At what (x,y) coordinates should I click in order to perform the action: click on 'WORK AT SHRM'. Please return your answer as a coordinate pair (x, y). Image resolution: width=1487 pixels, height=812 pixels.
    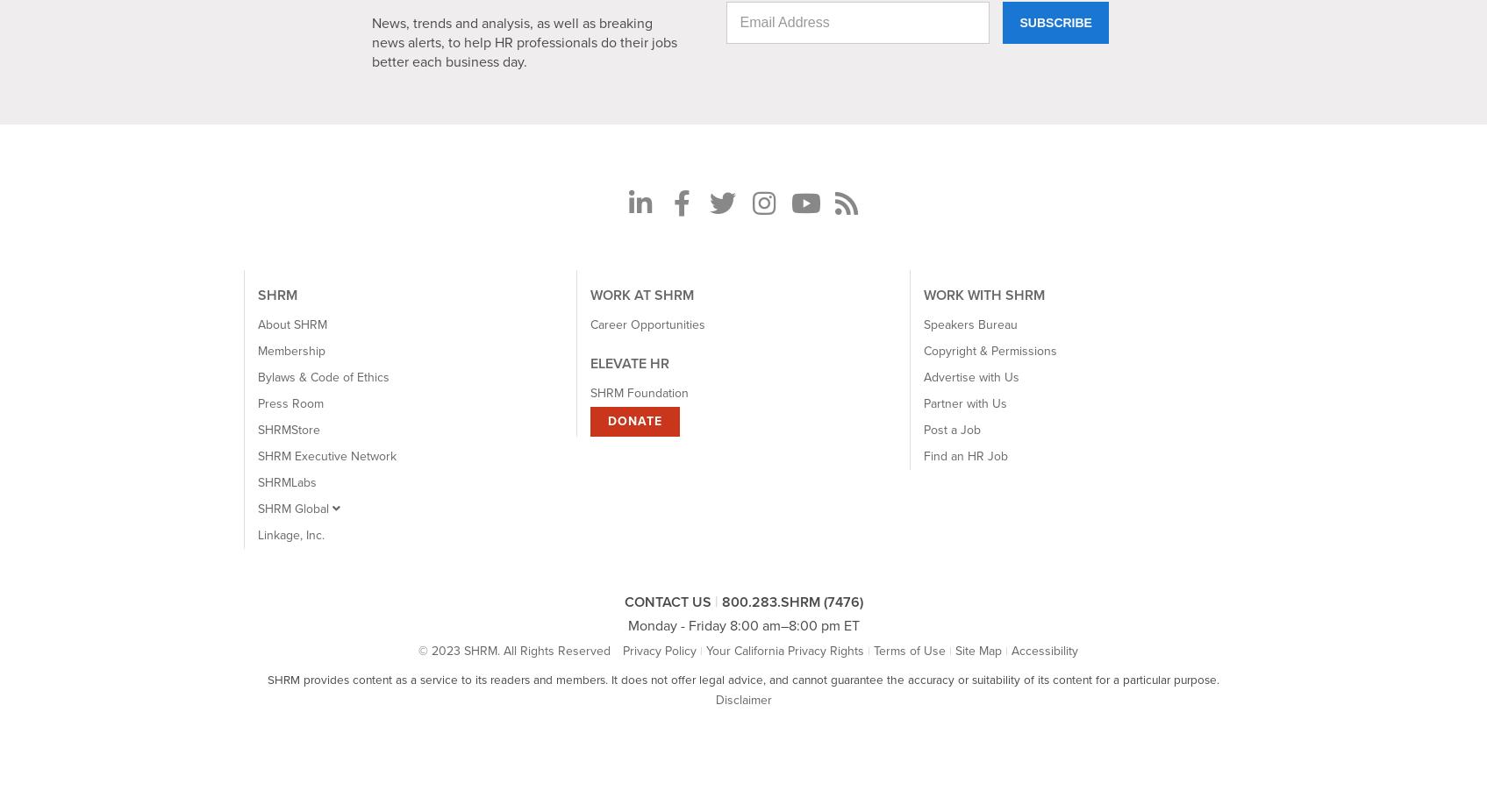
    Looking at the image, I should click on (641, 295).